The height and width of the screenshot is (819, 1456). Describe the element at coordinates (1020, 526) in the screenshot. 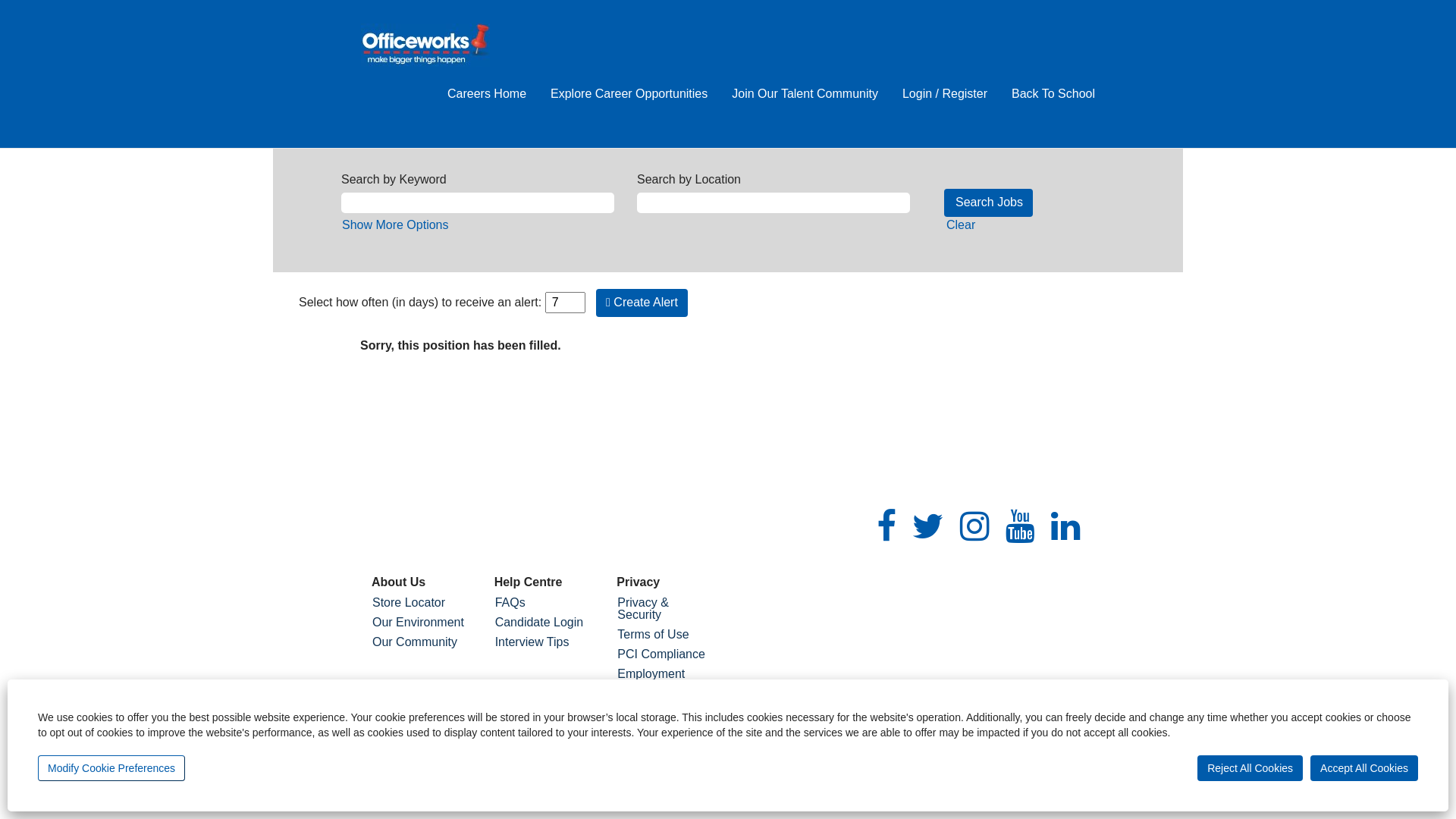

I see `'youtube'` at that location.